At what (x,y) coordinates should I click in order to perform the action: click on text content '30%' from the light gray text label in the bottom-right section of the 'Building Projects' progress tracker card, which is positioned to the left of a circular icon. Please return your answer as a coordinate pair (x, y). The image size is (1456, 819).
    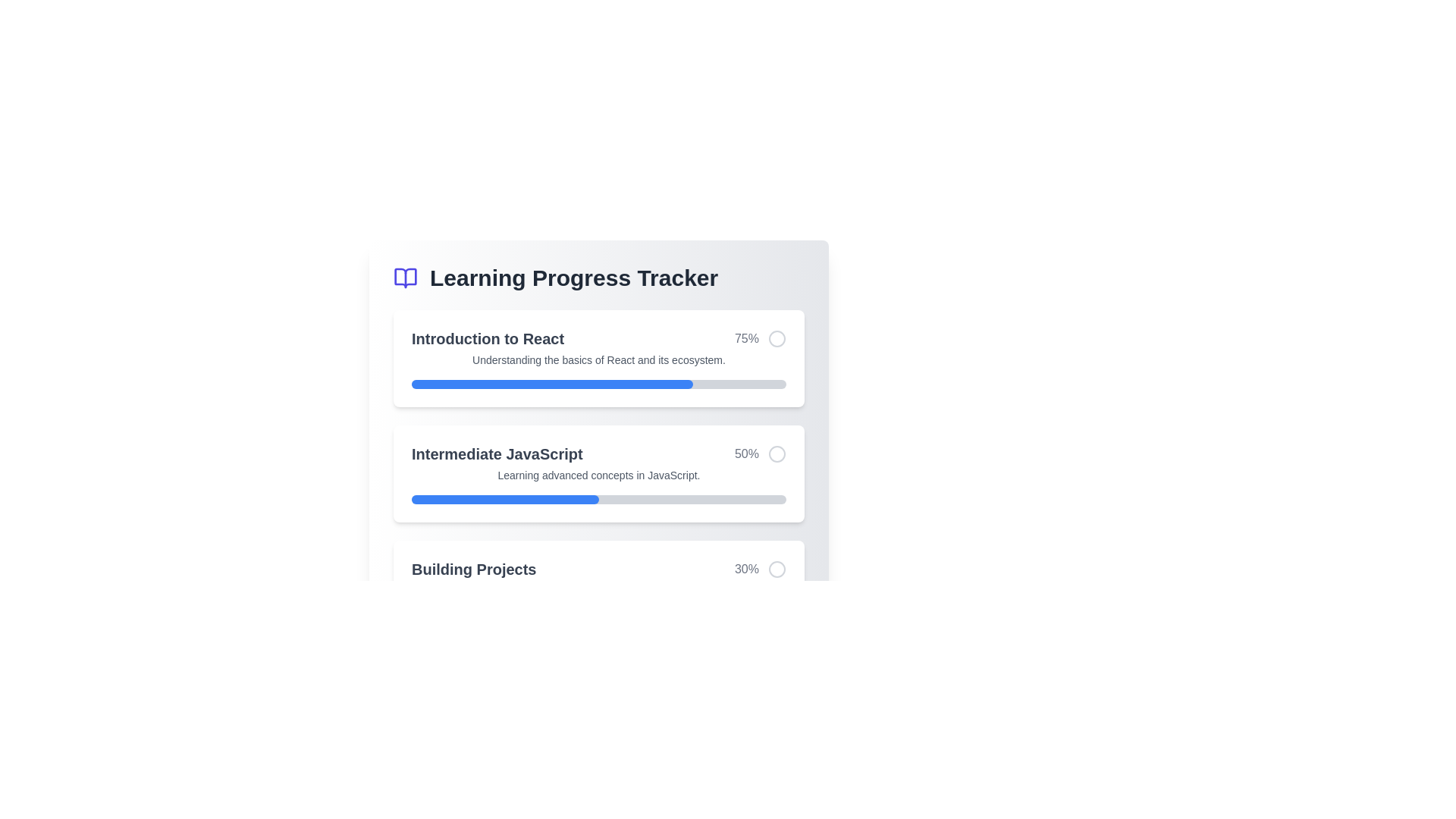
    Looking at the image, I should click on (746, 570).